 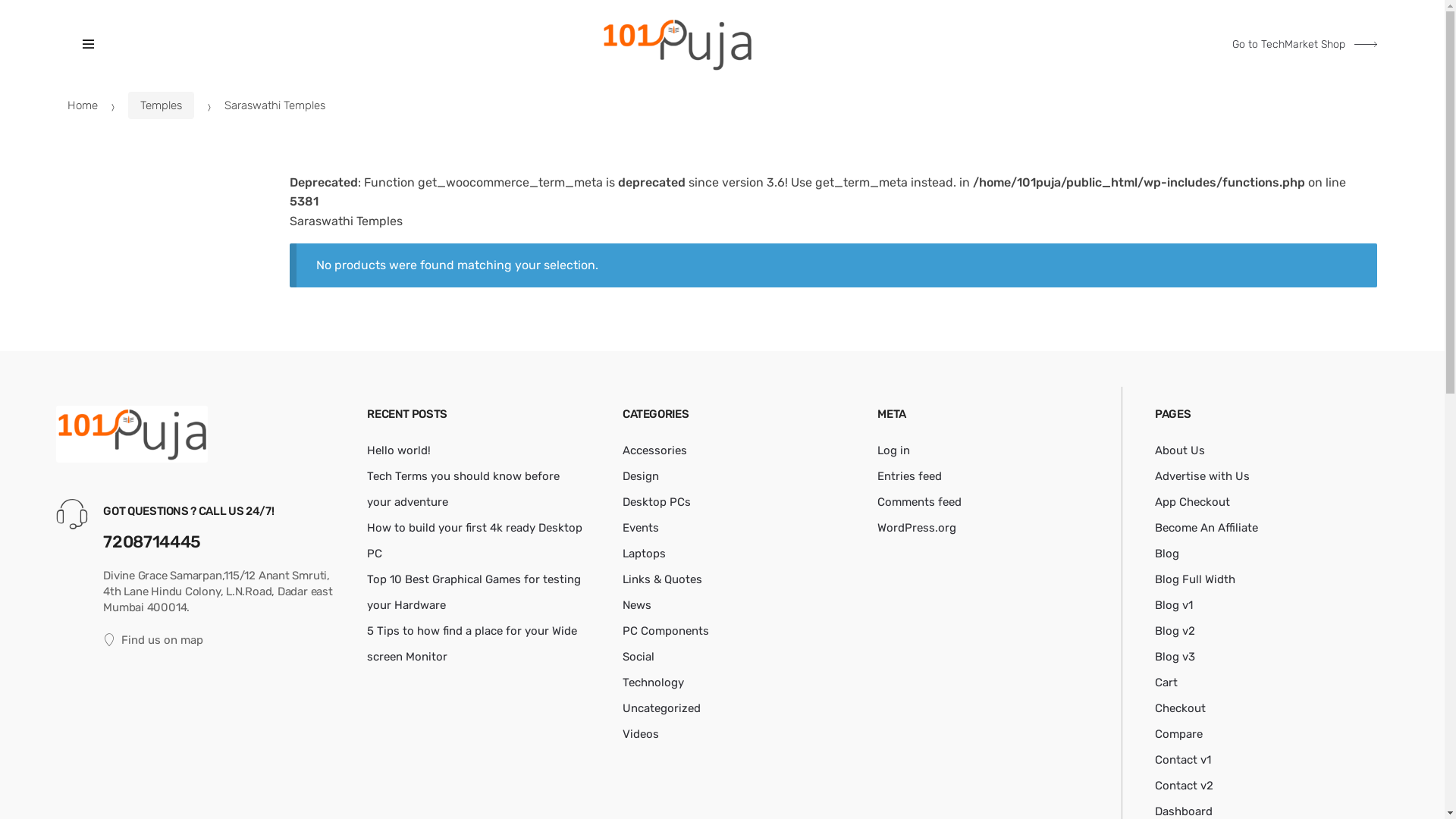 I want to click on 'Become An Affiliate', so click(x=1205, y=526).